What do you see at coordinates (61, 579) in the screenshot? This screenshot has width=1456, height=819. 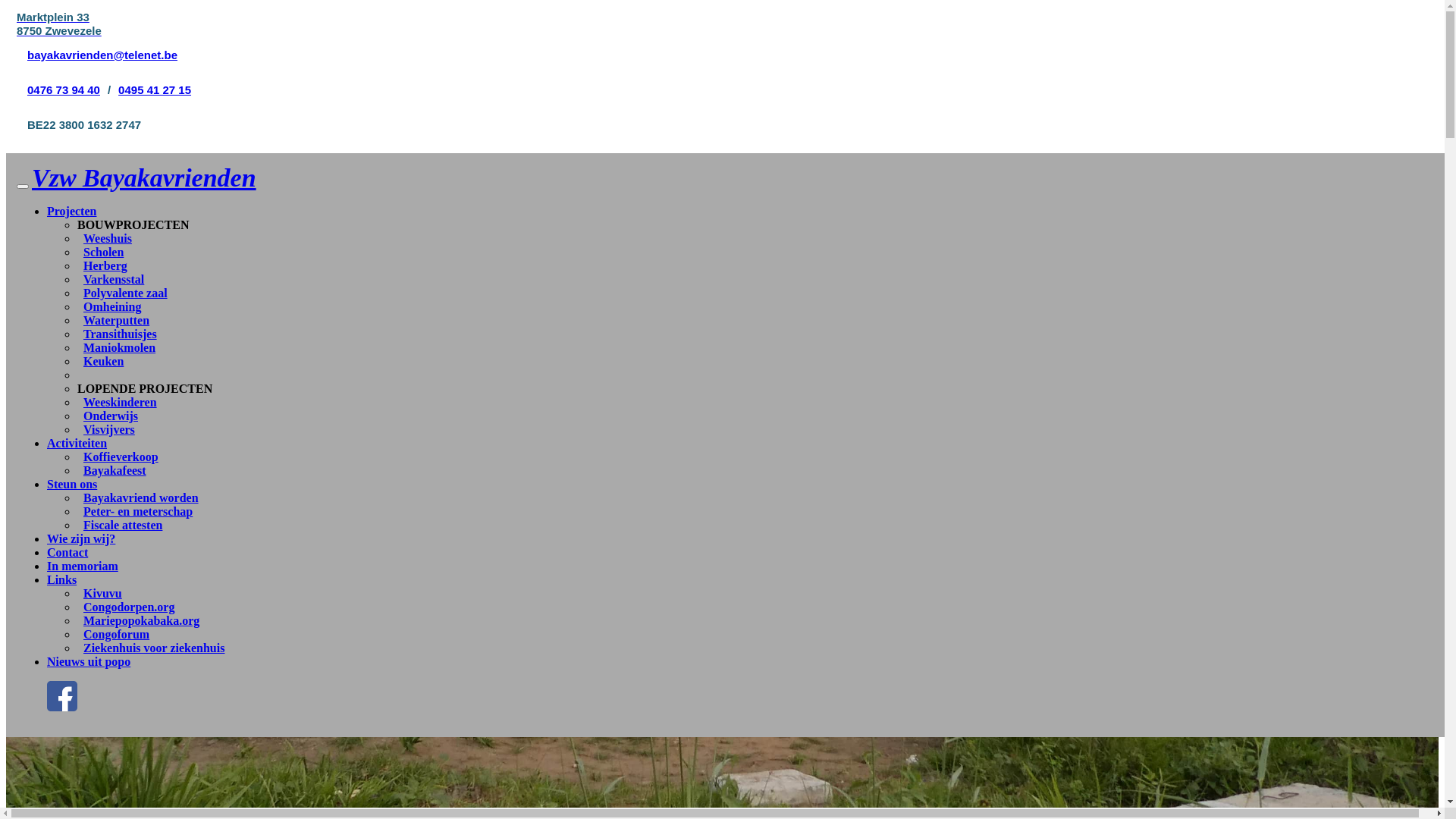 I see `'Links'` at bounding box center [61, 579].